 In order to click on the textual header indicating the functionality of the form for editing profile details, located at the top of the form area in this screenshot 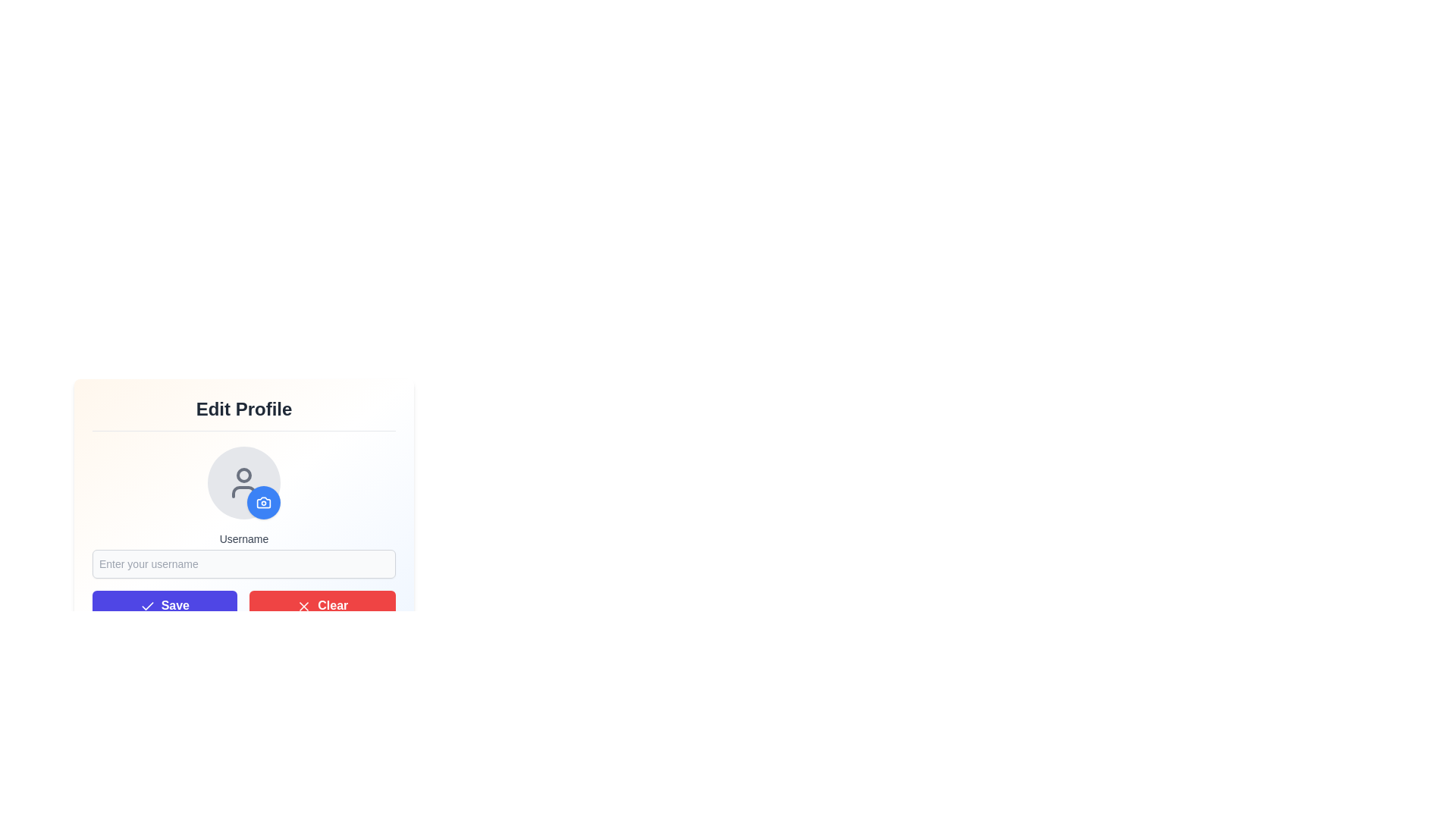, I will do `click(243, 414)`.